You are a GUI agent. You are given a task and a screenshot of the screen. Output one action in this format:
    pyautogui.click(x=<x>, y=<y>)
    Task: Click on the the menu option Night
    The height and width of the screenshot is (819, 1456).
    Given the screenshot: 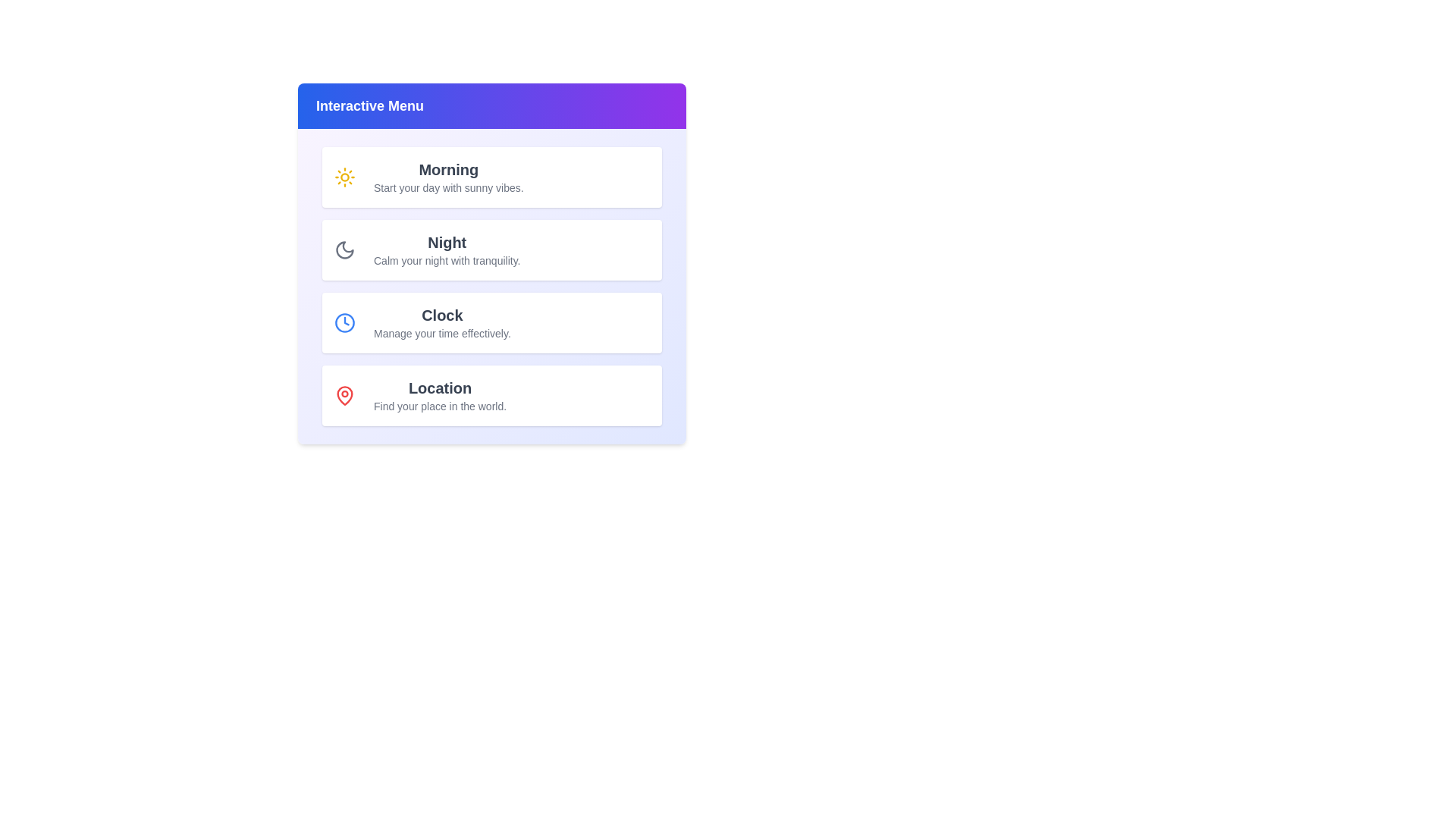 What is the action you would take?
    pyautogui.click(x=491, y=249)
    